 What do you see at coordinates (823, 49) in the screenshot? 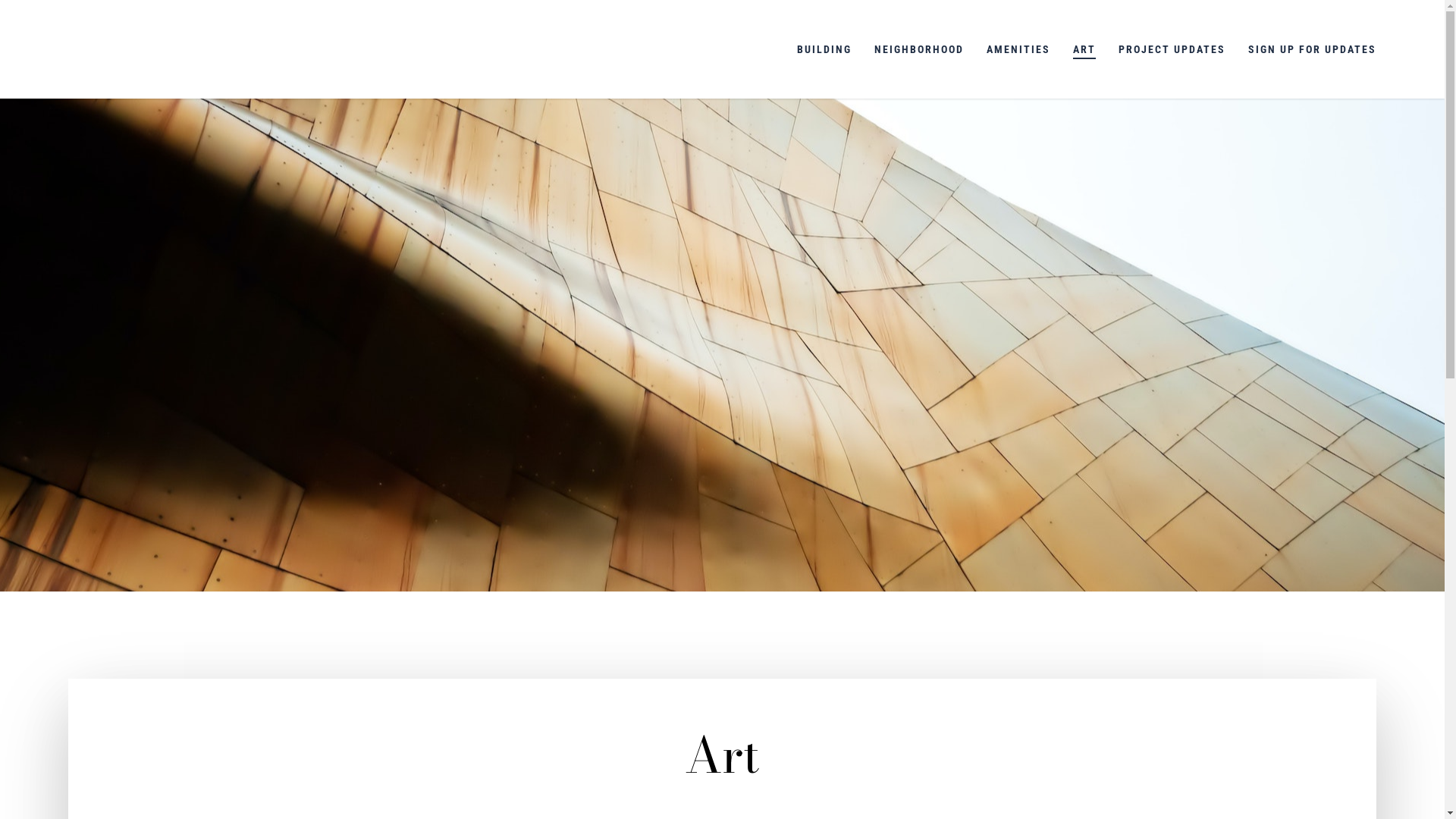
I see `'BUILDING'` at bounding box center [823, 49].